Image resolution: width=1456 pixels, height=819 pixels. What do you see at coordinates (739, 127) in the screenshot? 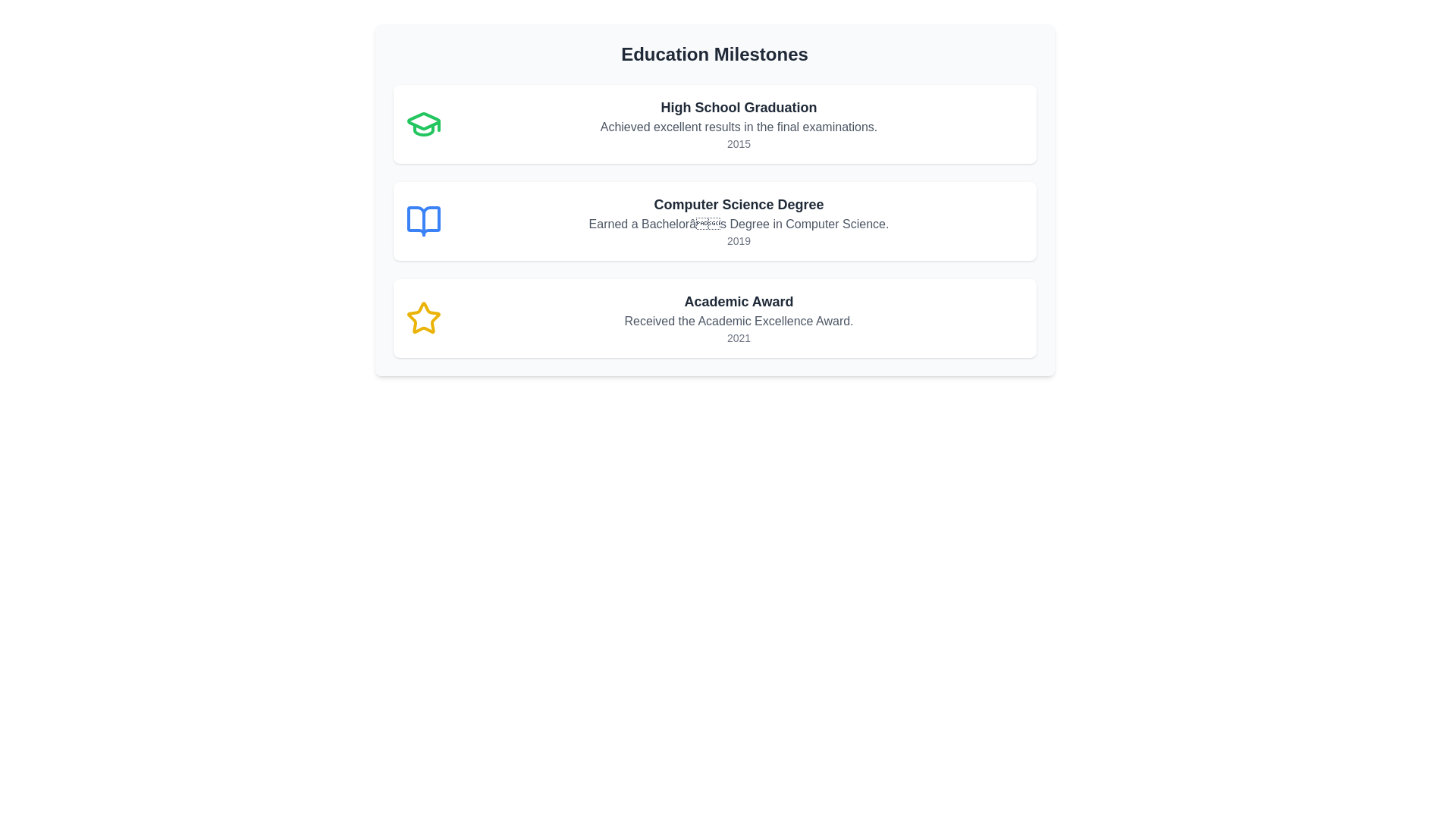
I see `the text label that provides additional information about the 'High School Graduation' milestone, positioned under the title 'High School Graduation' and above the year '2015'` at bounding box center [739, 127].